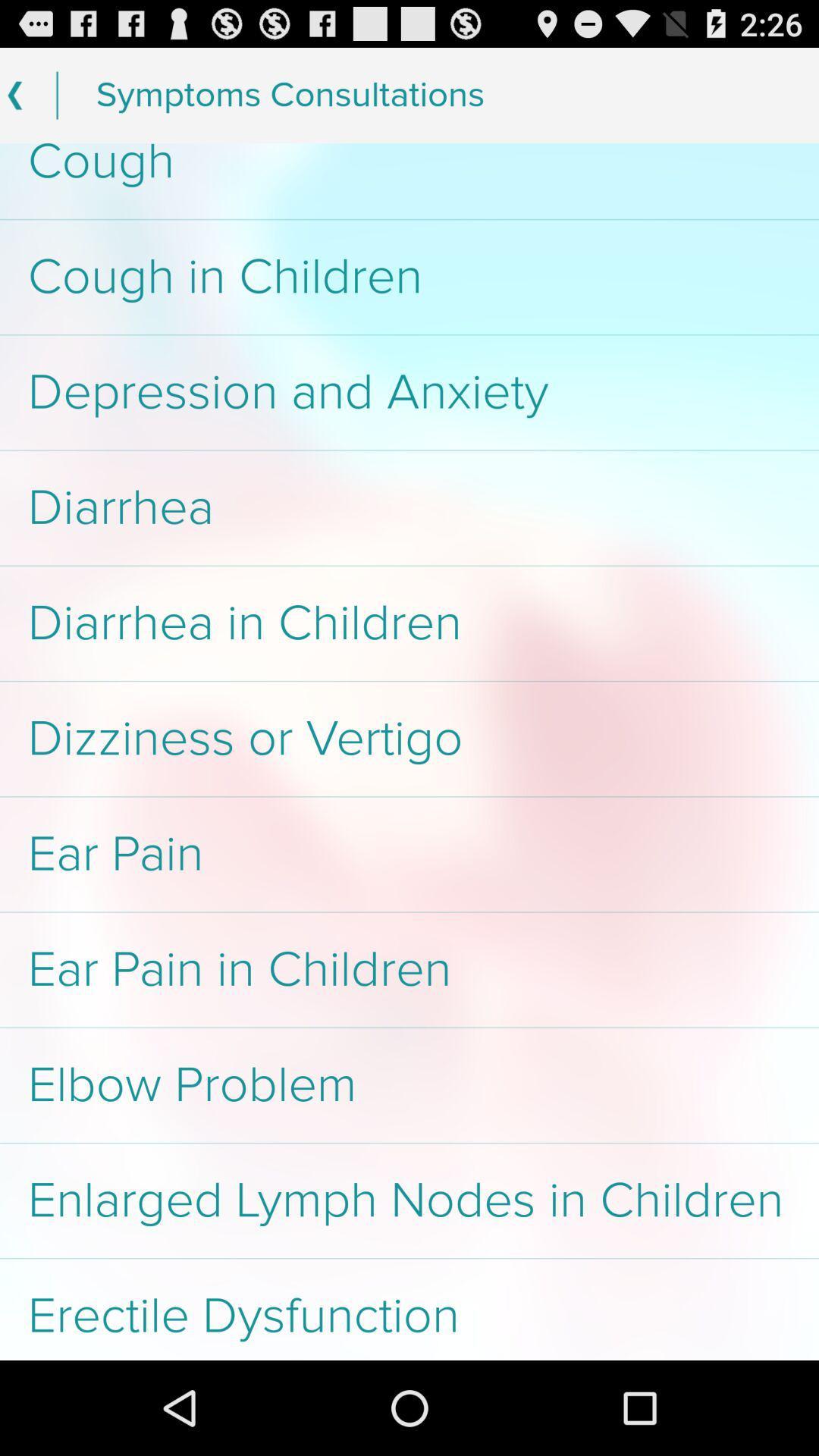 The height and width of the screenshot is (1456, 819). Describe the element at coordinates (409, 1084) in the screenshot. I see `the elbow problem` at that location.